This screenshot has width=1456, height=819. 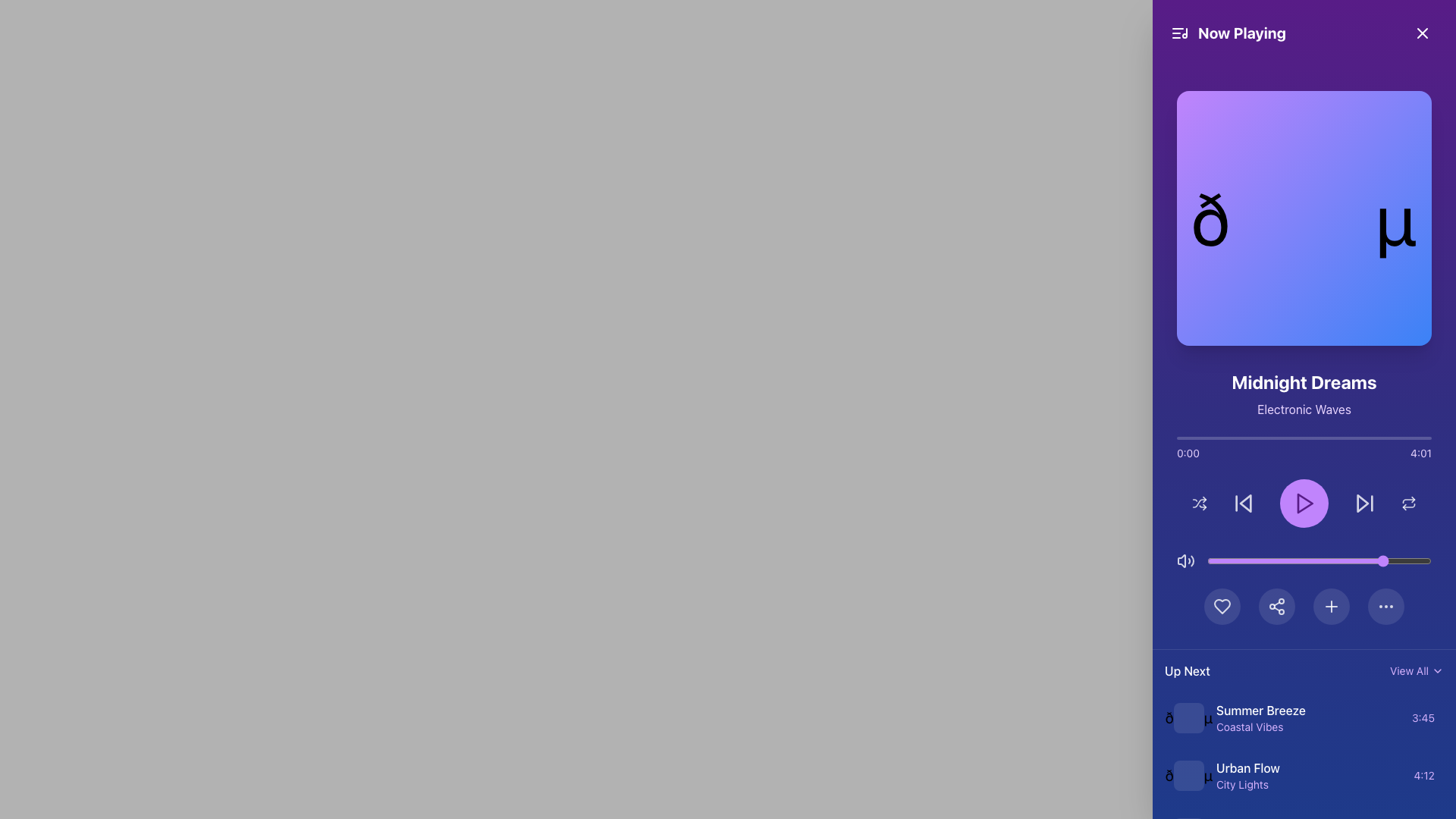 I want to click on the progress bar element located below the 'Midnight Dreams' song title and above the time markers '0:00' and '4:01' to modify playback position, so click(x=1303, y=438).